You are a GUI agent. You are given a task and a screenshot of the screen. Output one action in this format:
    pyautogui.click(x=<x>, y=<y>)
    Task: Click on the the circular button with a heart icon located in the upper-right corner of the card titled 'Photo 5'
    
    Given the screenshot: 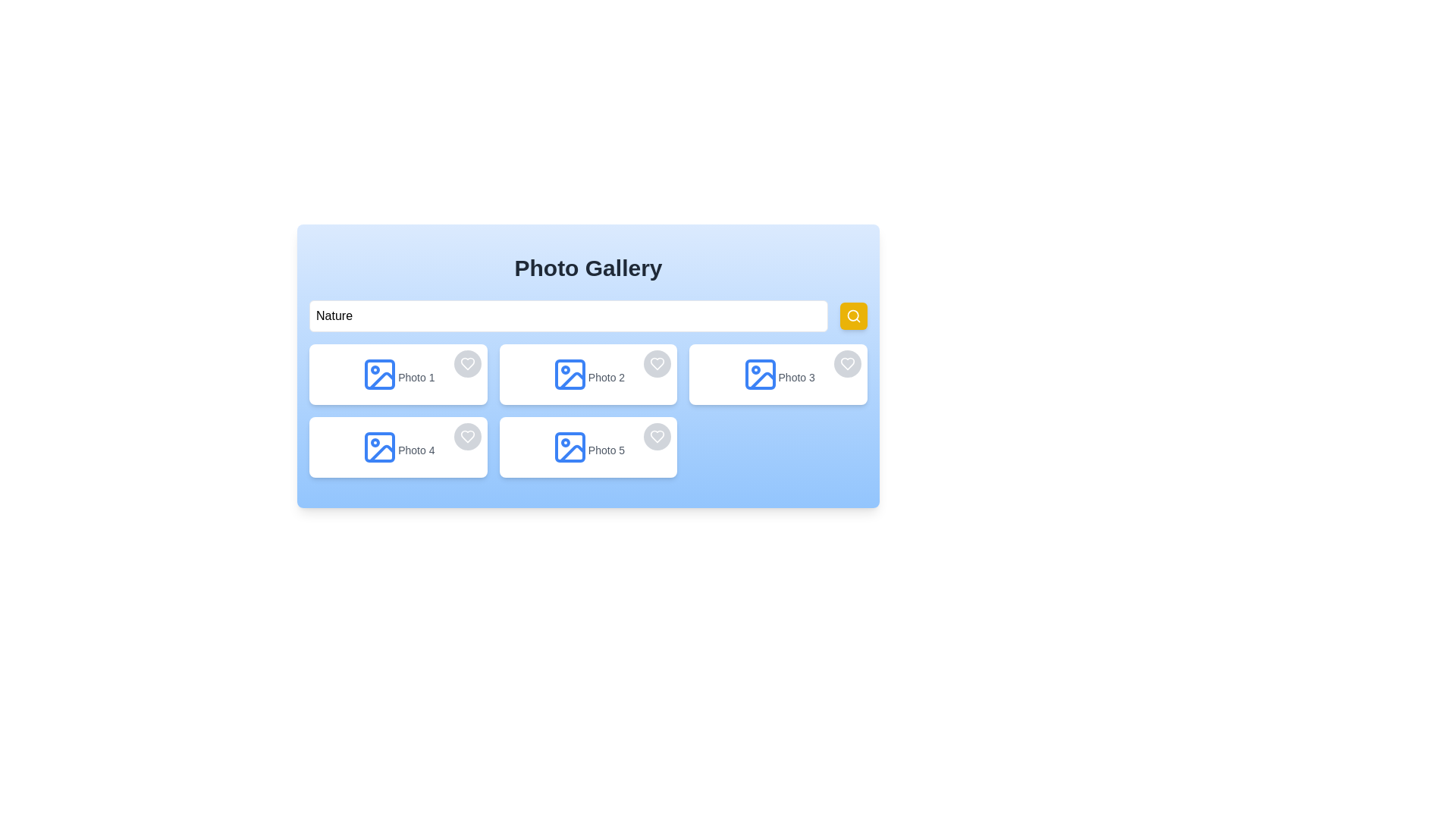 What is the action you would take?
    pyautogui.click(x=657, y=436)
    